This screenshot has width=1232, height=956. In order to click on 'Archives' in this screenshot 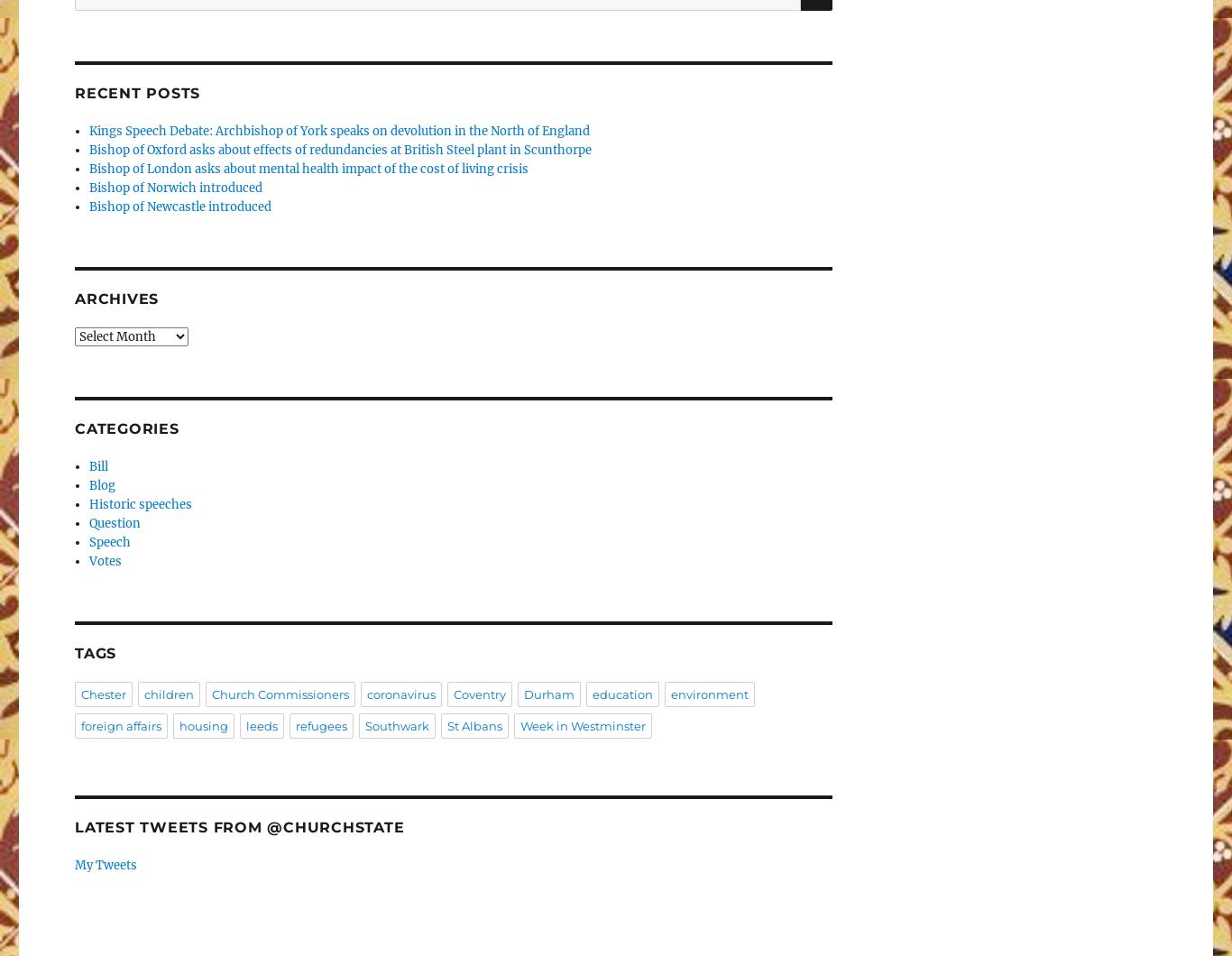, I will do `click(115, 298)`.